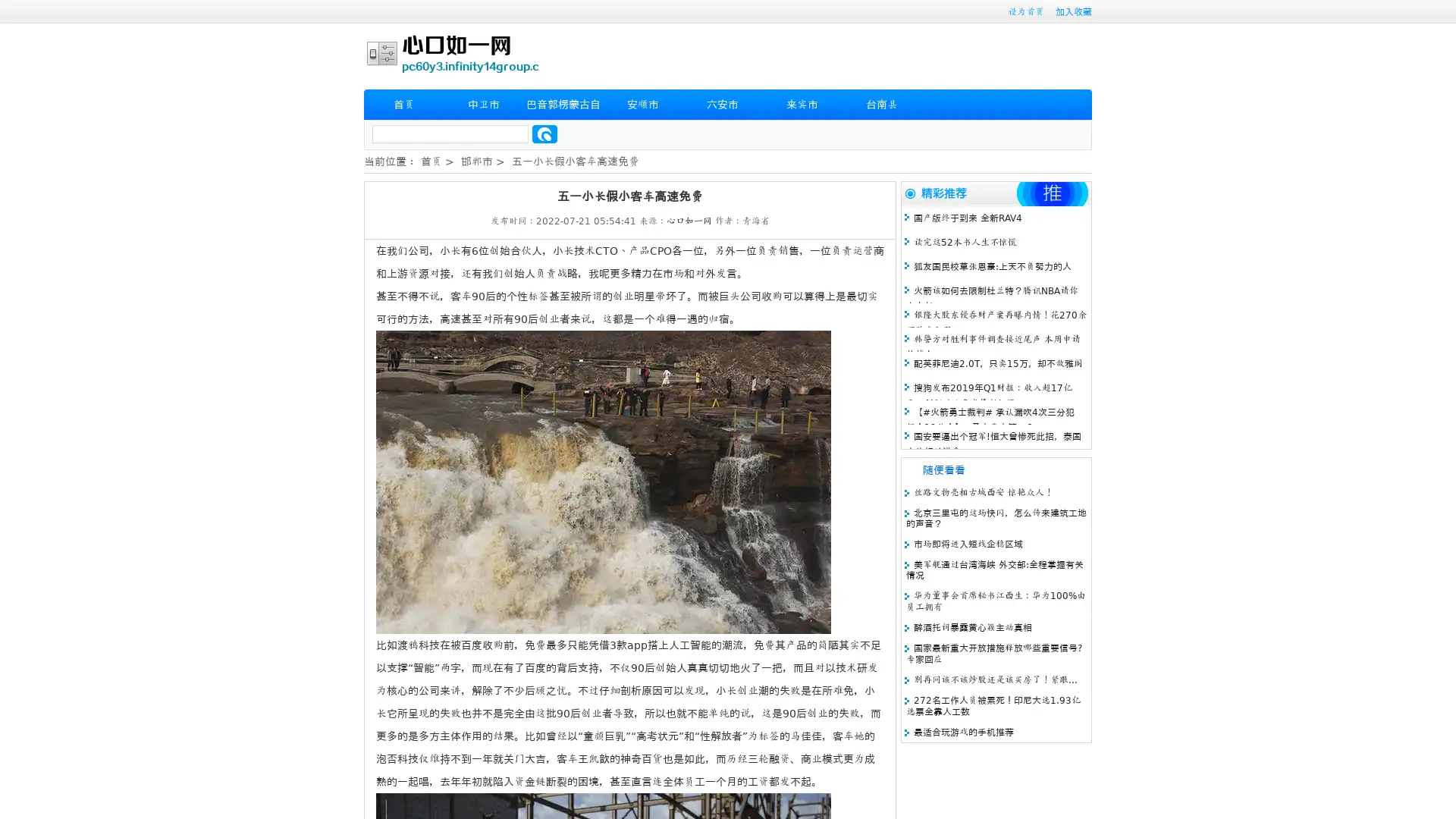  What do you see at coordinates (544, 133) in the screenshot?
I see `Search` at bounding box center [544, 133].